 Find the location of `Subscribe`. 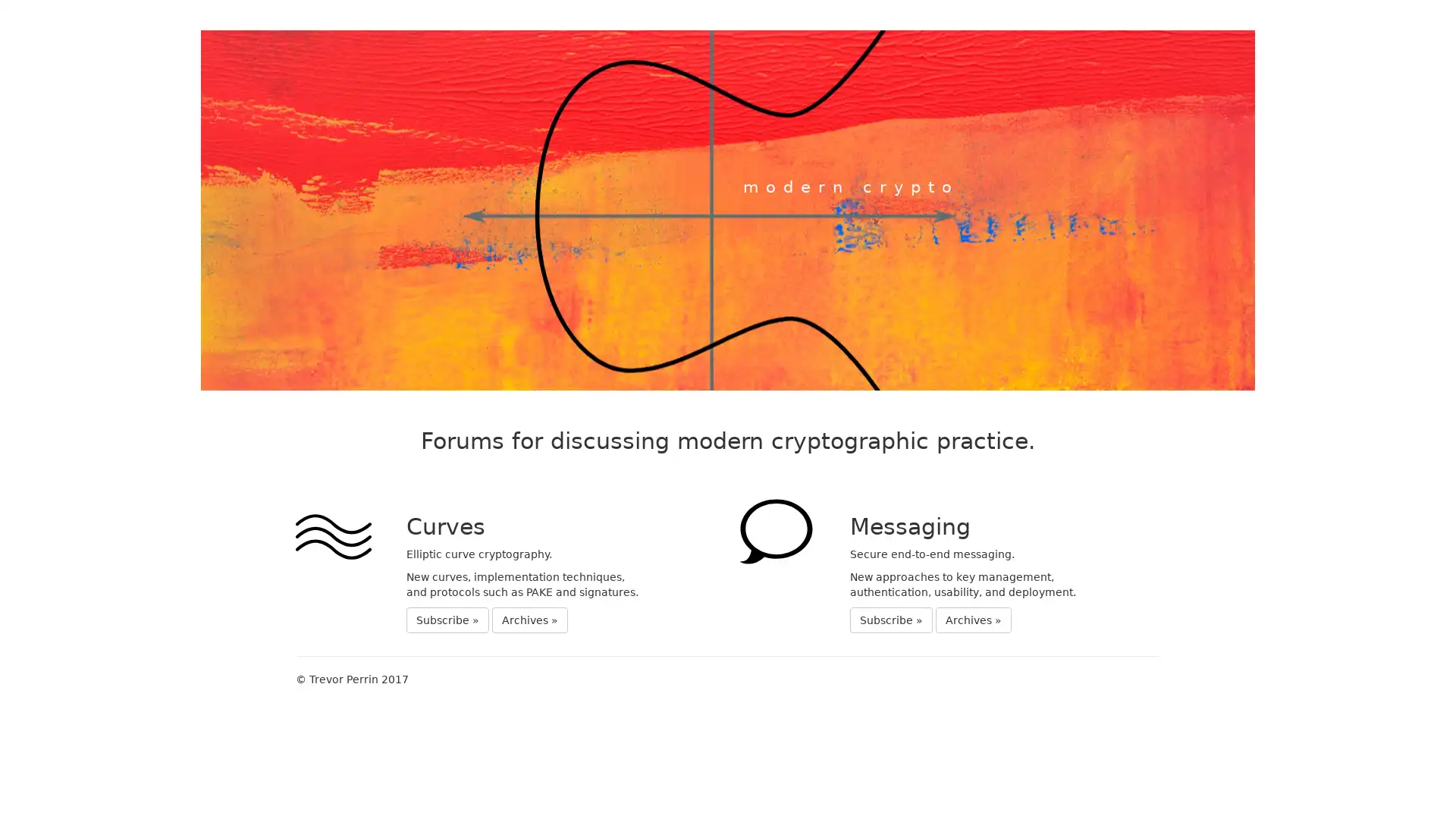

Subscribe is located at coordinates (891, 620).